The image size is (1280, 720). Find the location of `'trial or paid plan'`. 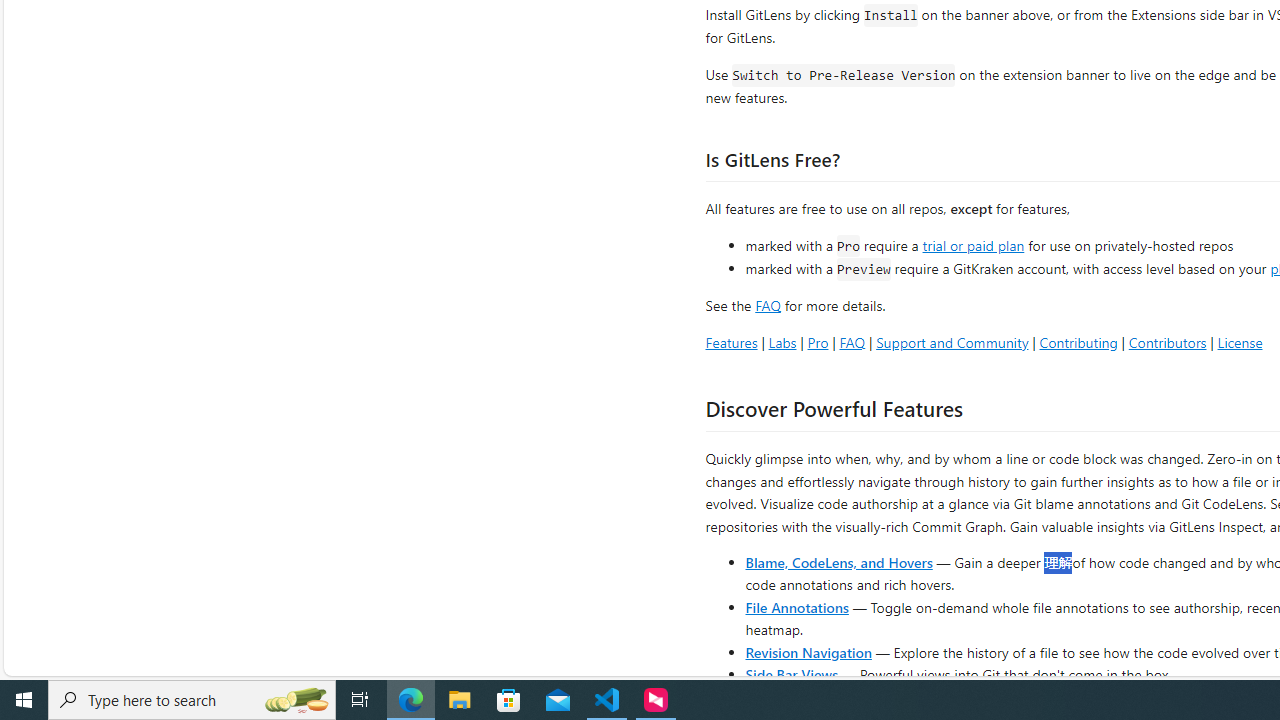

'trial or paid plan' is located at coordinates (973, 243).